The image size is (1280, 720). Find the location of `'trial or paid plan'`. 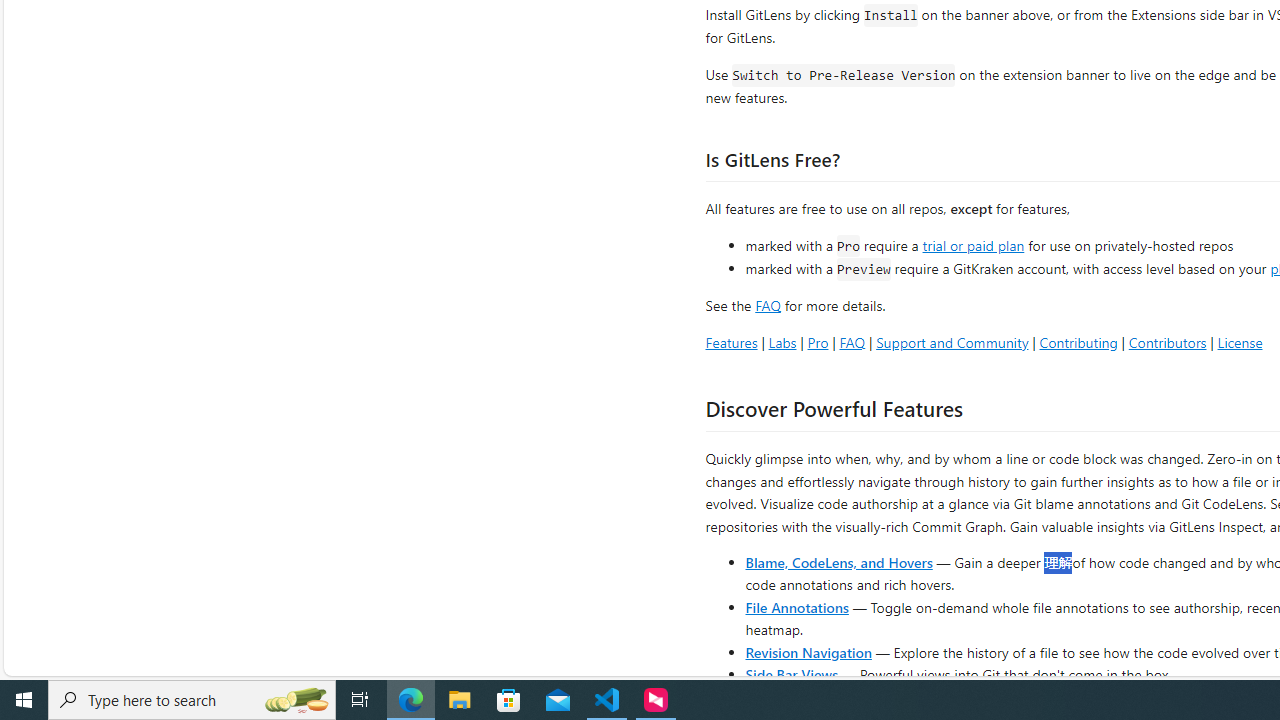

'trial or paid plan' is located at coordinates (973, 243).